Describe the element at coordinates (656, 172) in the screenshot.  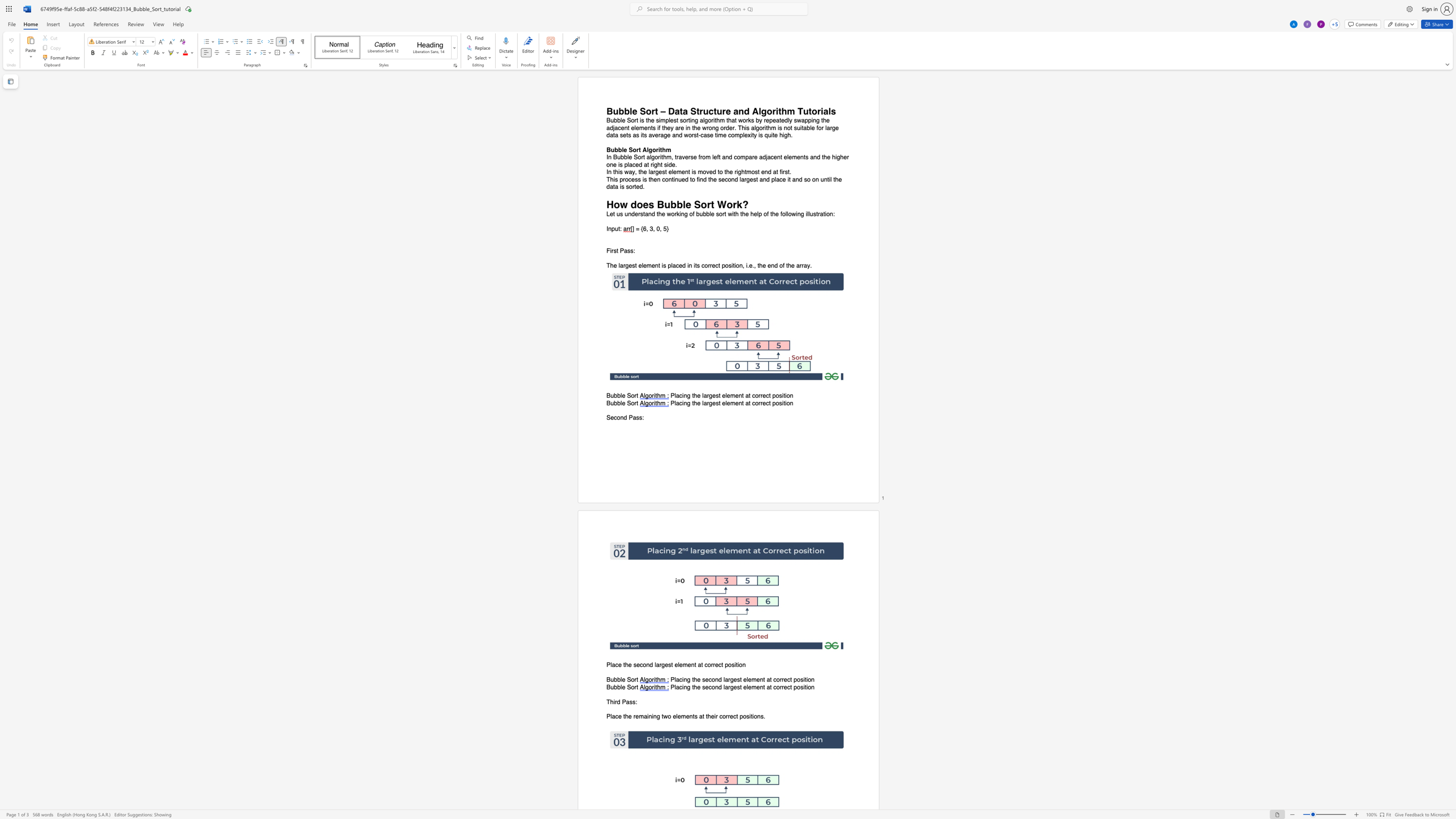
I see `the 1th character "g" in the text` at that location.